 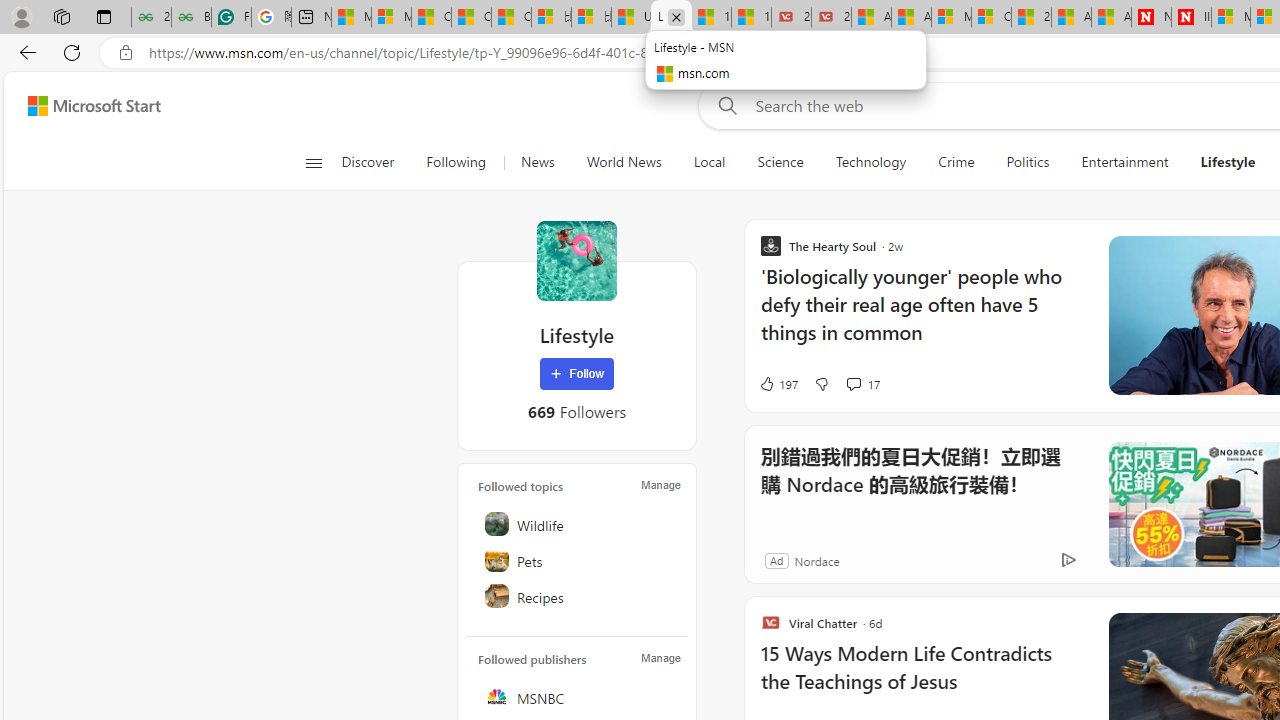 I want to click on '25 Basic Linux Commands For Beginners - GeeksforGeeks', so click(x=150, y=17).